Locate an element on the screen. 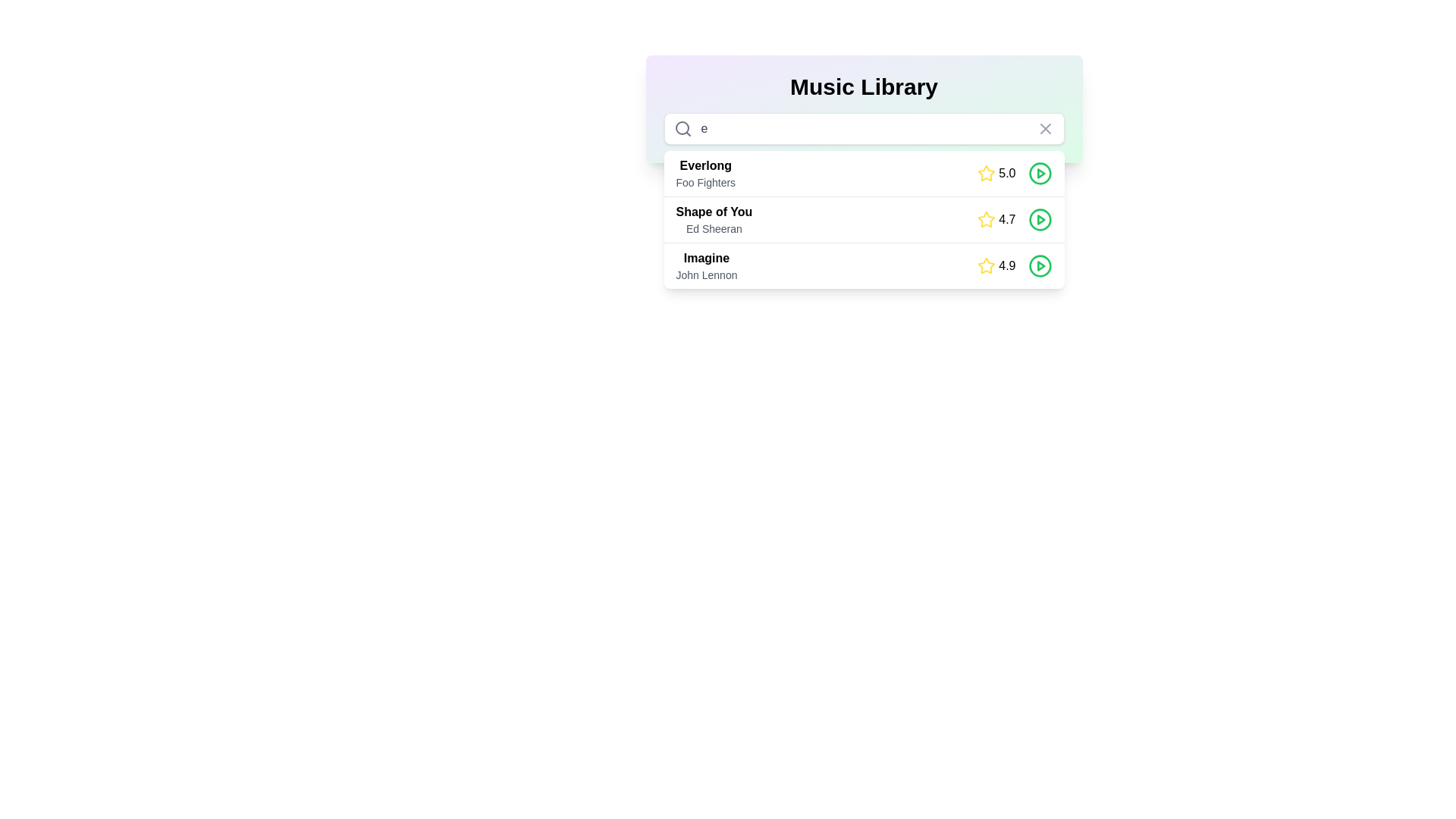 This screenshot has height=819, width=1456. the triangular play icon nested within the circular button to the right of the second list item to initiate playback is located at coordinates (1040, 172).